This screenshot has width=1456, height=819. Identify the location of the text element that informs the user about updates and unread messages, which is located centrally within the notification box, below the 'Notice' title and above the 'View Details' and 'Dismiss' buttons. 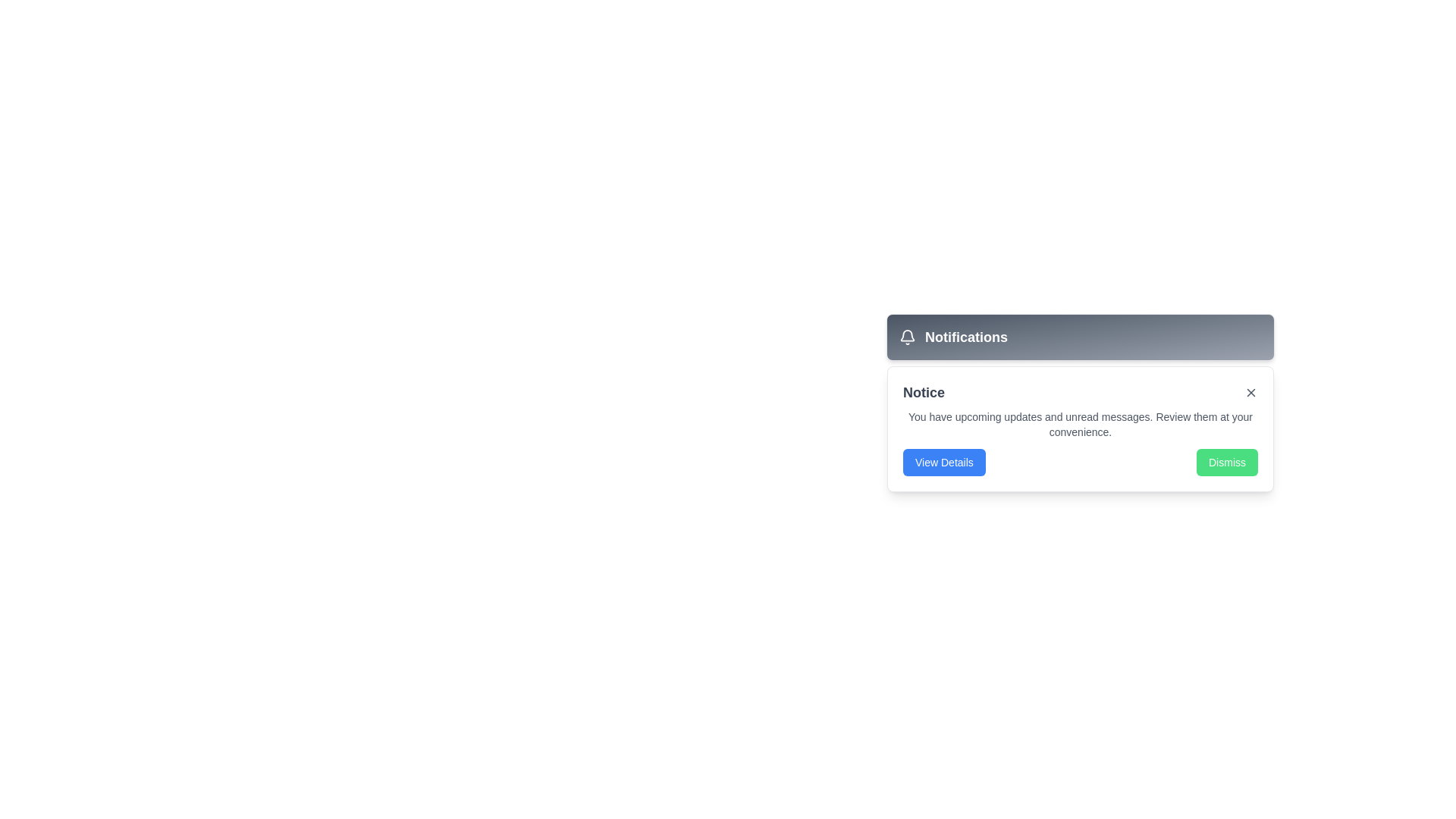
(1080, 424).